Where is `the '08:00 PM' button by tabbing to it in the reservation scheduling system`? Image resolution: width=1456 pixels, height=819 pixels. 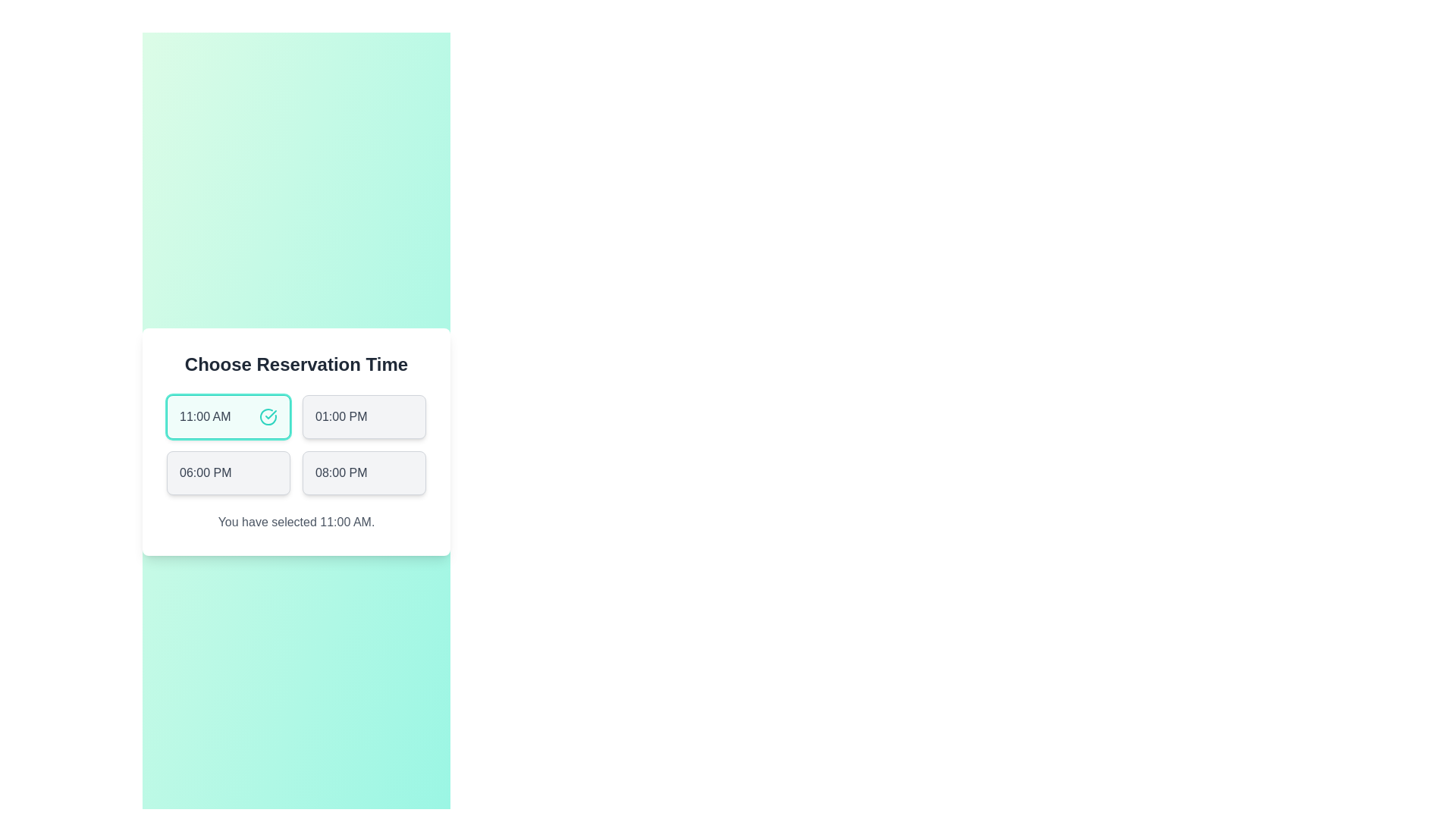 the '08:00 PM' button by tabbing to it in the reservation scheduling system is located at coordinates (364, 472).